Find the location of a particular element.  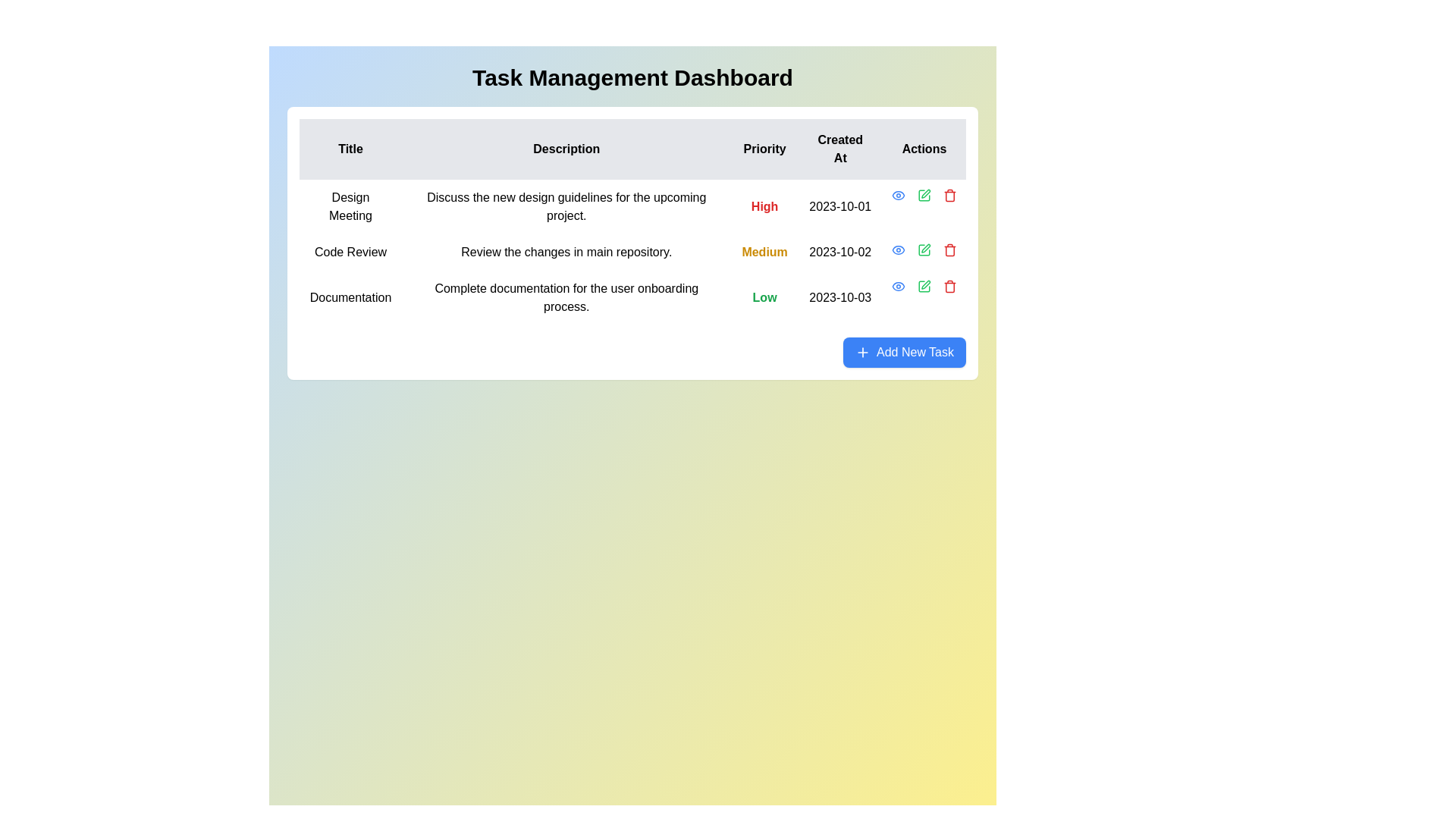

displayed date '2023-10-02' from the text label located in the 'Created At' column of the table for the task 'Code Review' is located at coordinates (839, 251).